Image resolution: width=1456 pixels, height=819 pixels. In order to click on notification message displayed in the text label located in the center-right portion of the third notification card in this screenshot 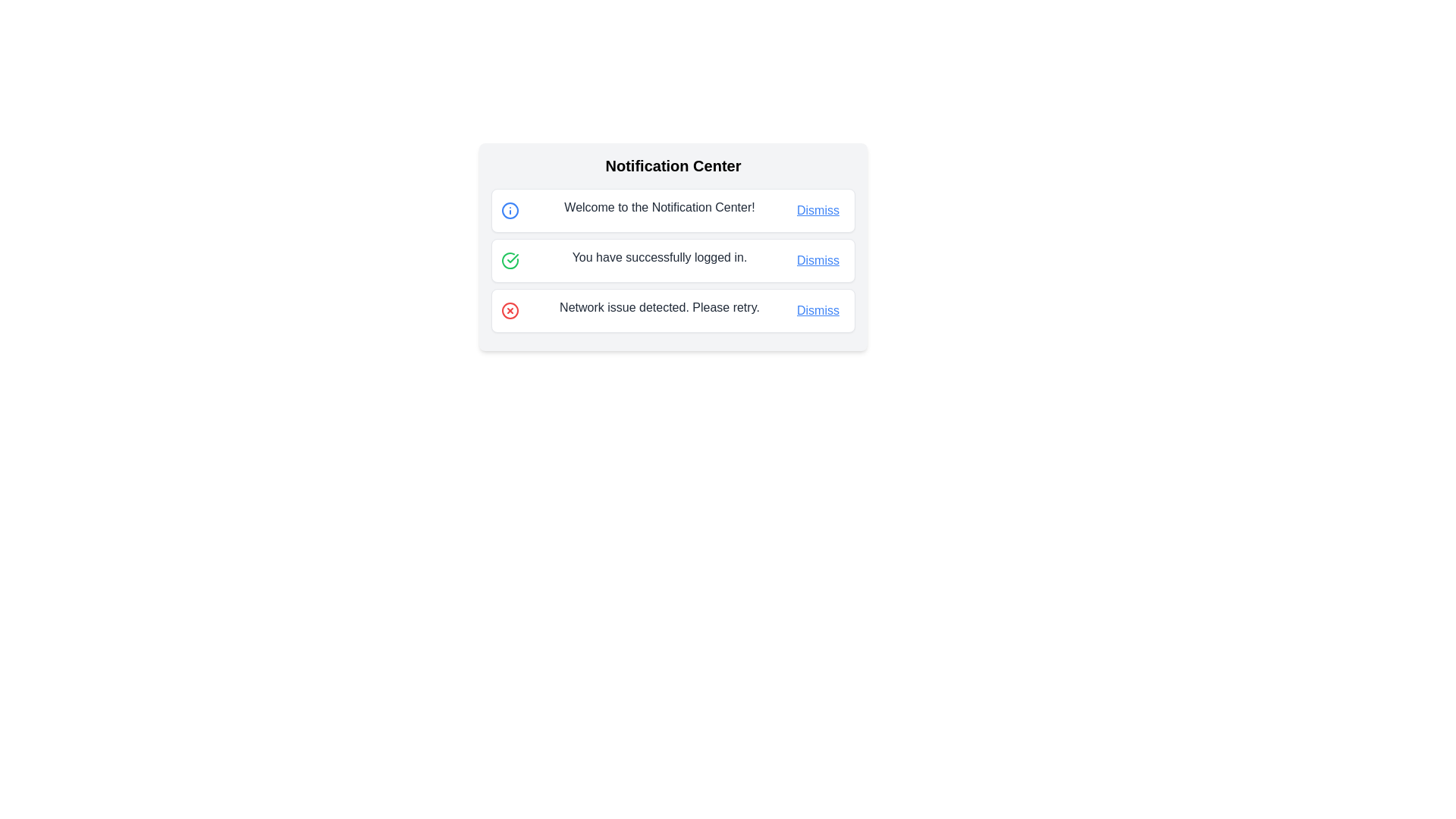, I will do `click(659, 307)`.